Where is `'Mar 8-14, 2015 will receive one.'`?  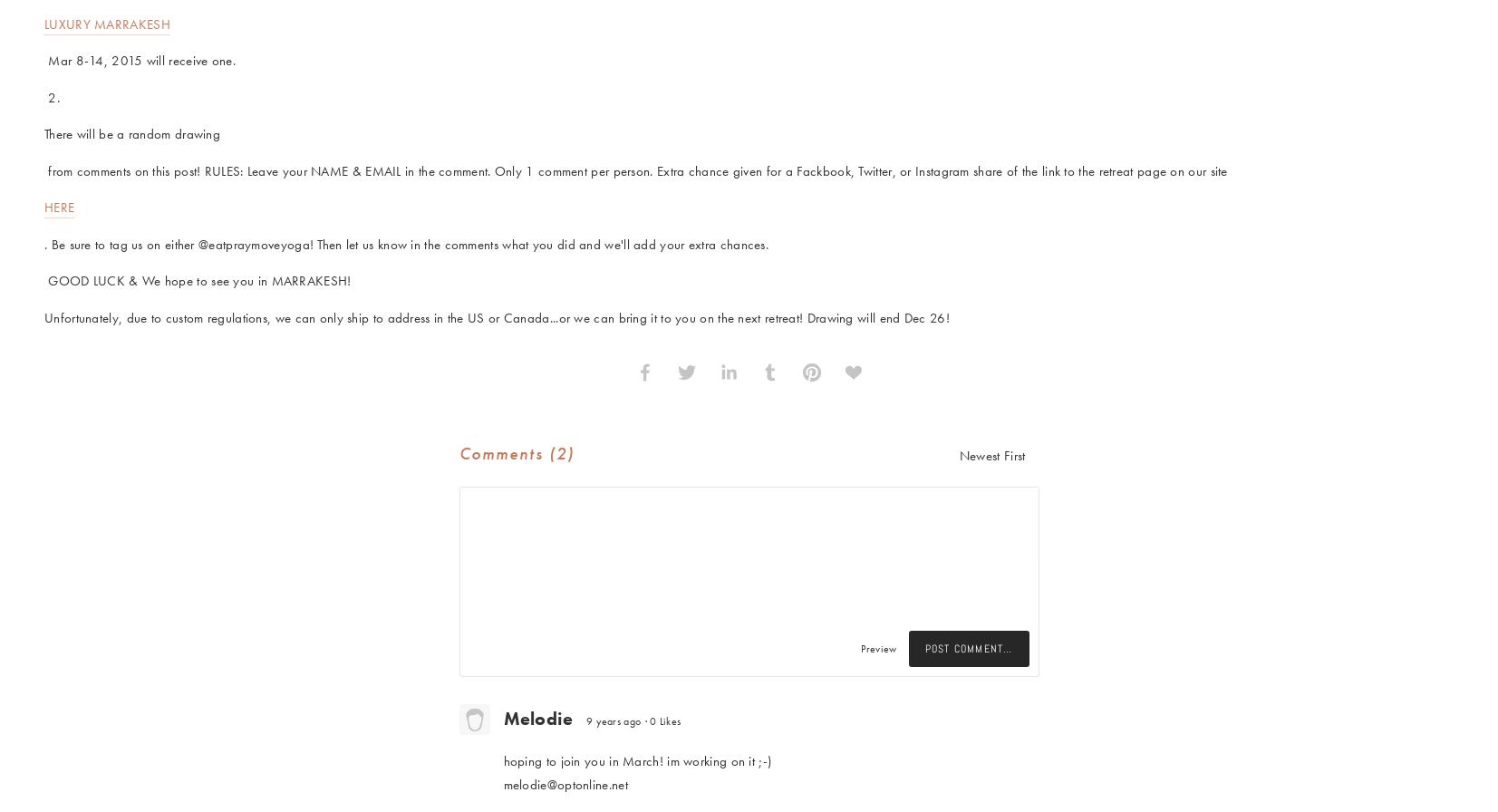 'Mar 8-14, 2015 will receive one.' is located at coordinates (139, 61).